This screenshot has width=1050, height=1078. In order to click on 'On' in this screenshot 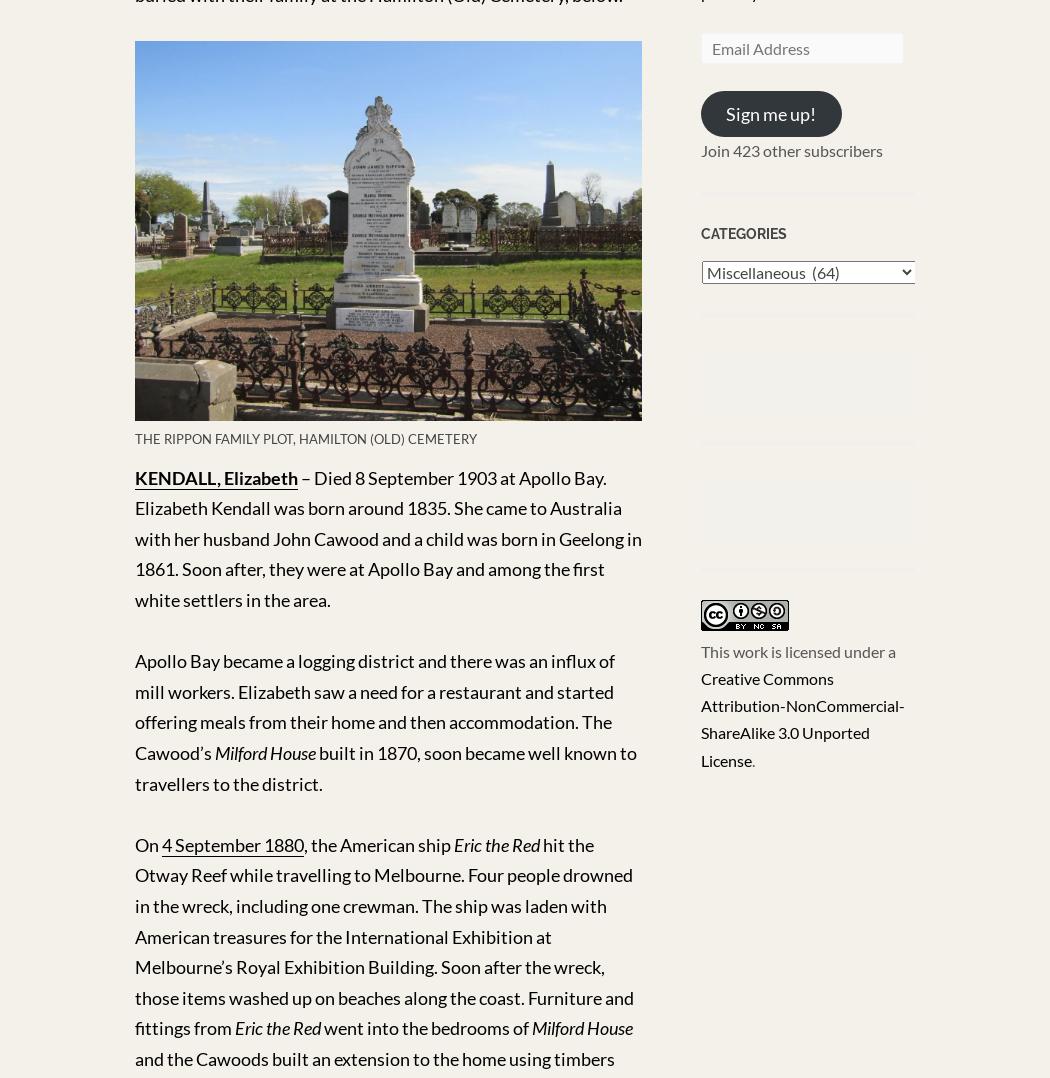, I will do `click(147, 843)`.